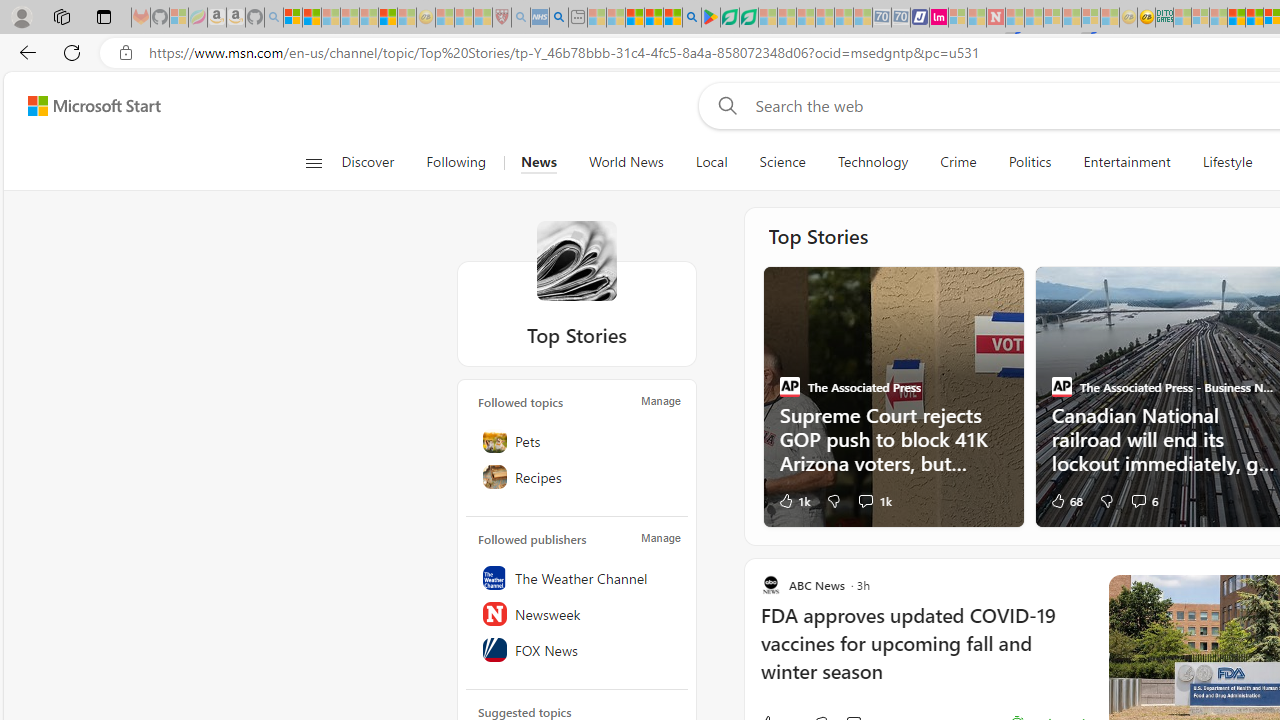  Describe the element at coordinates (576, 612) in the screenshot. I see `'Newsweek'` at that location.